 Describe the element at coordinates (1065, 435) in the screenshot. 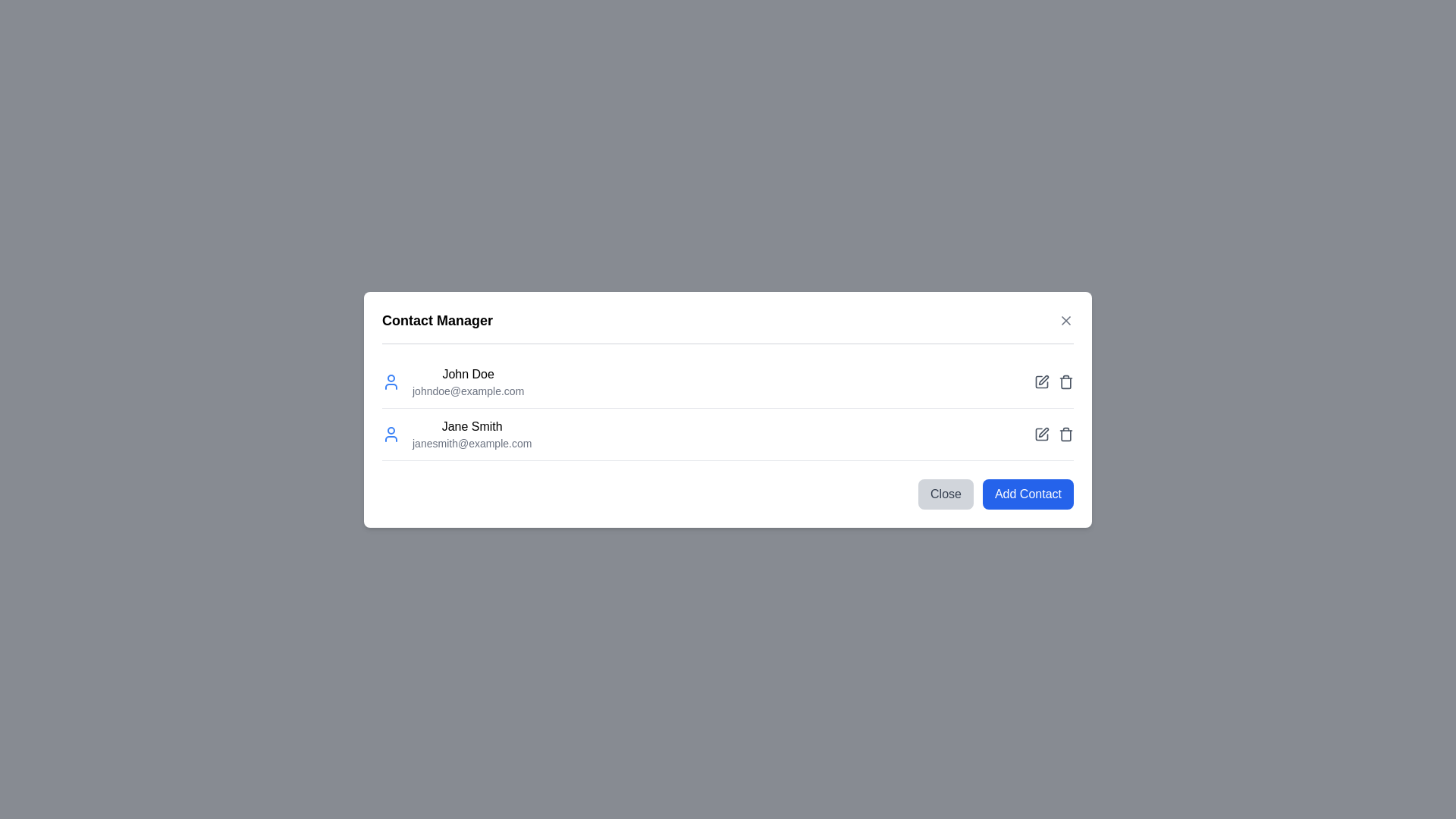

I see `the trash can delete icon located next to the edit action for the second contact (Jane Smith) in the interface to initiate deletion` at that location.